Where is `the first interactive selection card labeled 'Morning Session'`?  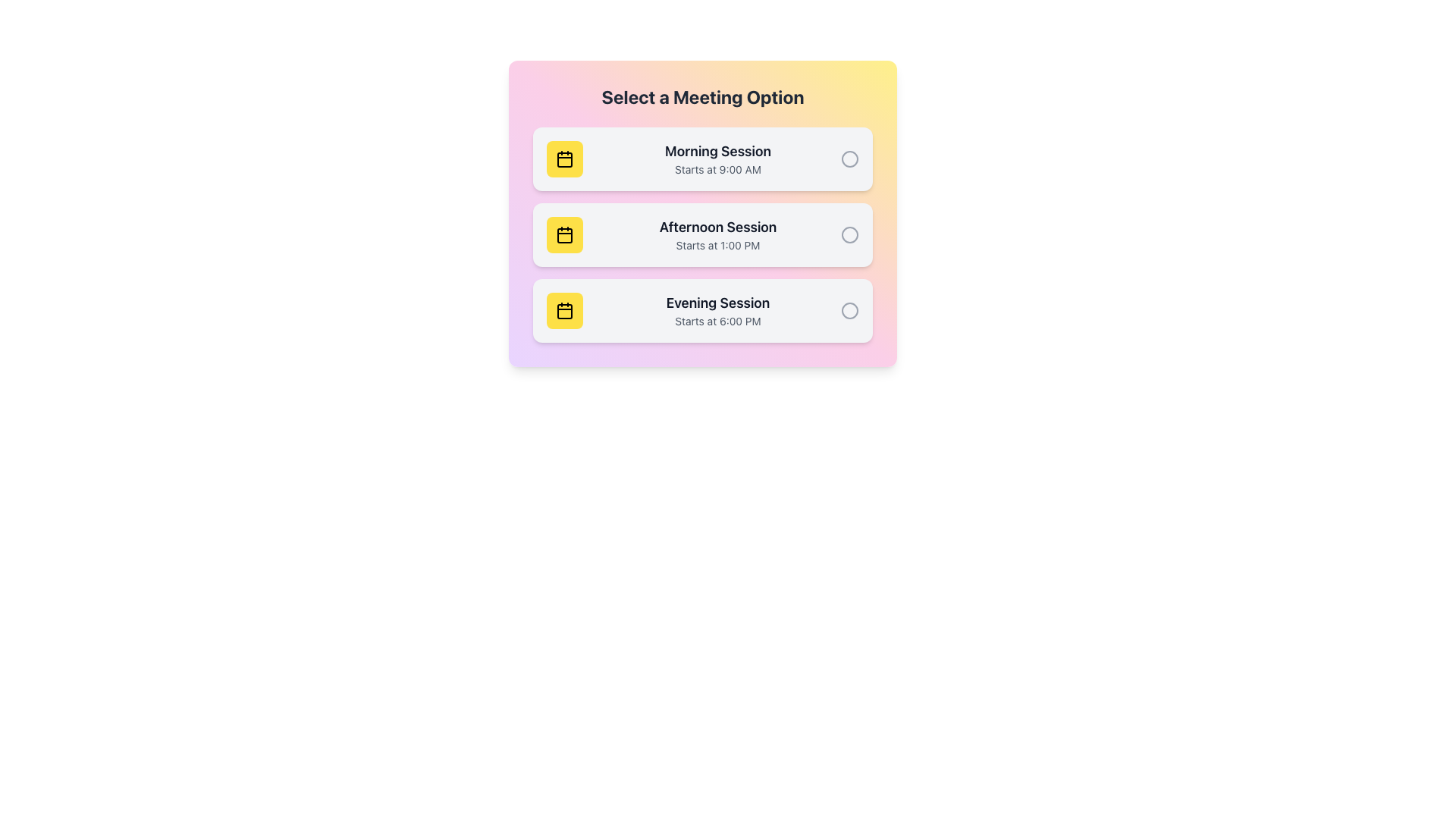 the first interactive selection card labeled 'Morning Session' is located at coordinates (701, 158).